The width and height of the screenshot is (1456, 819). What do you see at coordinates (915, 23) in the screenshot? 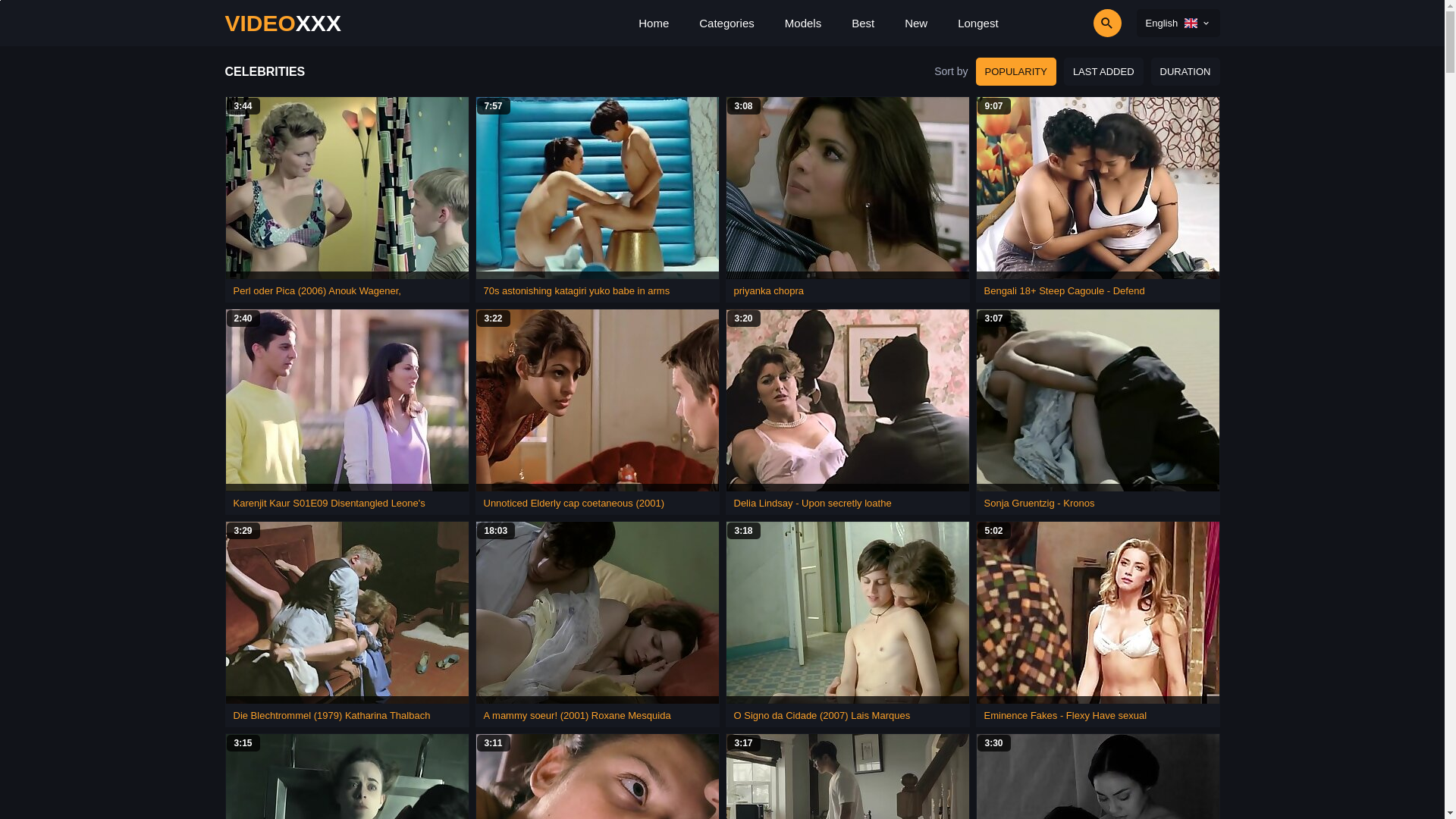
I see `'New'` at bounding box center [915, 23].